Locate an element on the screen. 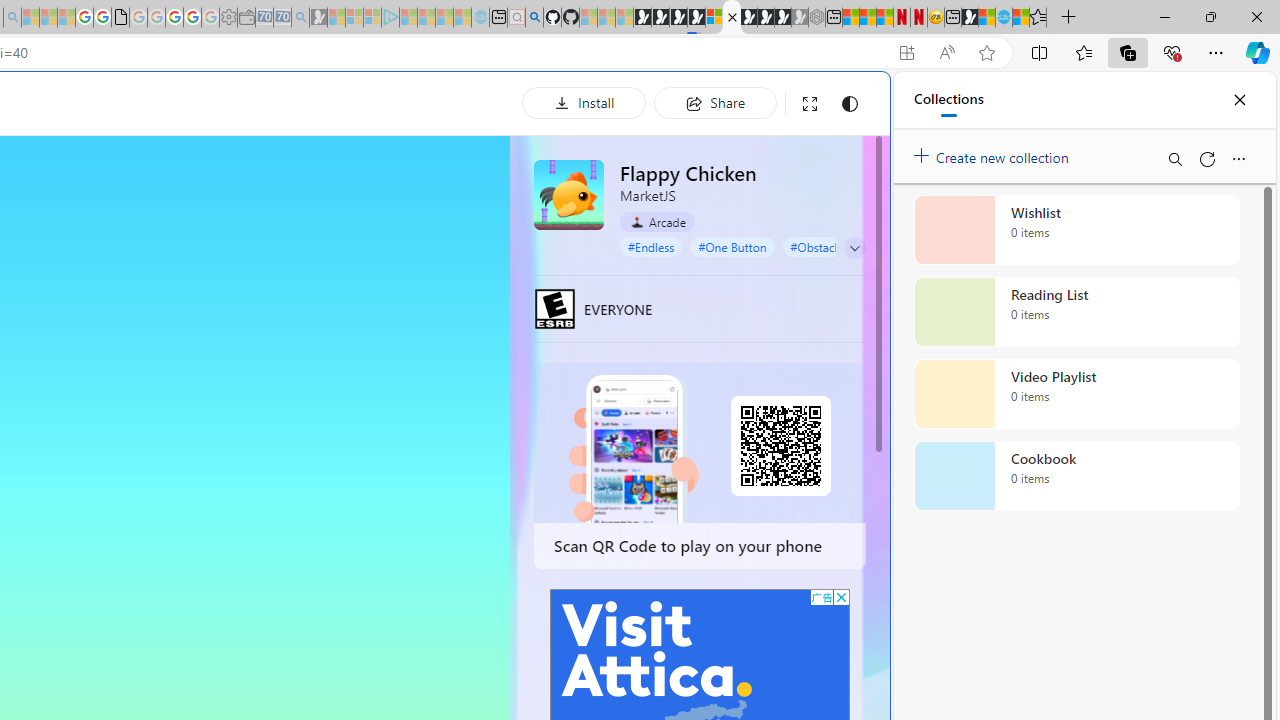 The height and width of the screenshot is (720, 1280). 'Class: control' is located at coordinates (855, 247).